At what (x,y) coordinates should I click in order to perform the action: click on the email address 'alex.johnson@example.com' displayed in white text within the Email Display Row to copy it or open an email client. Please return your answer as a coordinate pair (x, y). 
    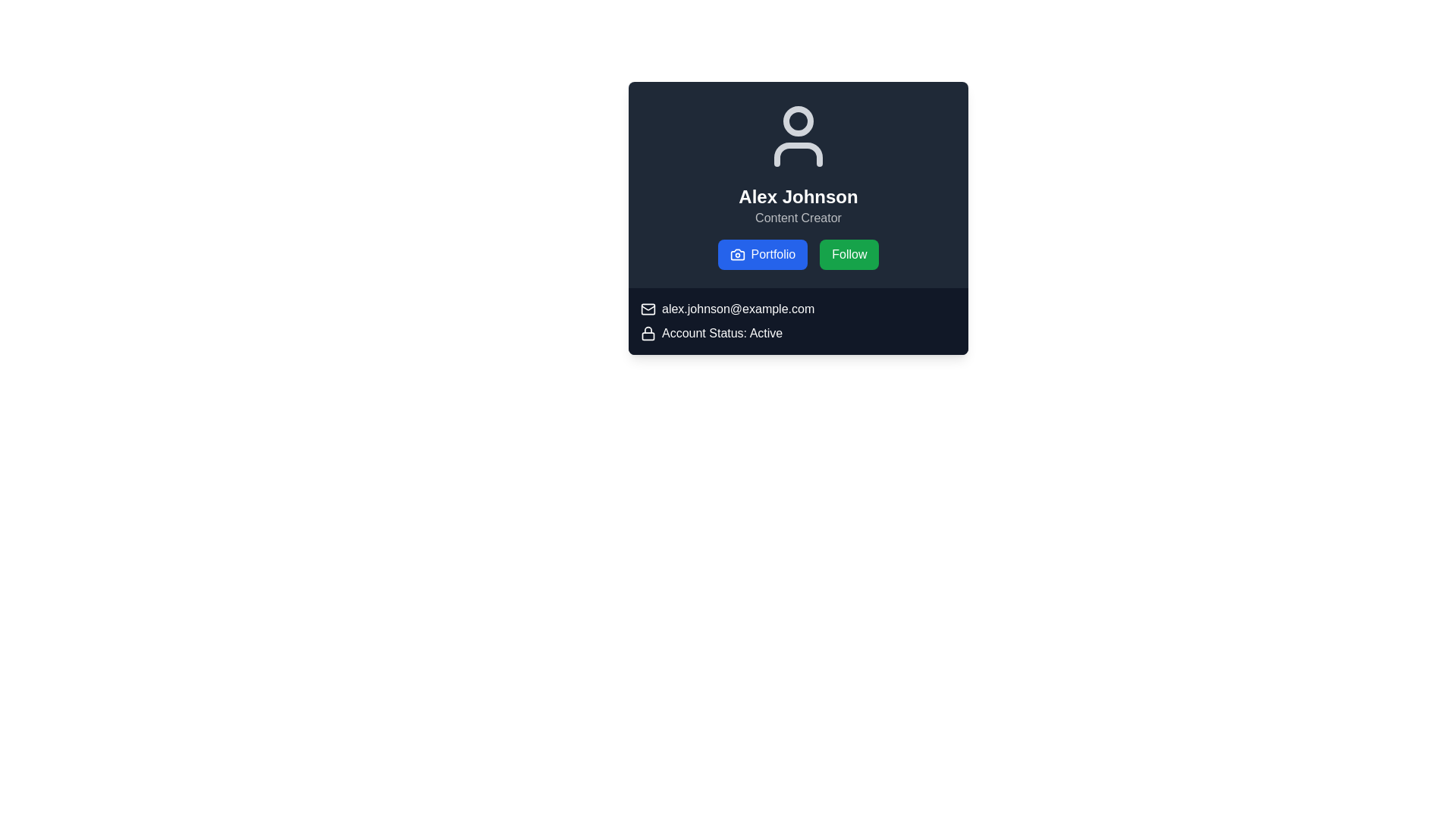
    Looking at the image, I should click on (797, 309).